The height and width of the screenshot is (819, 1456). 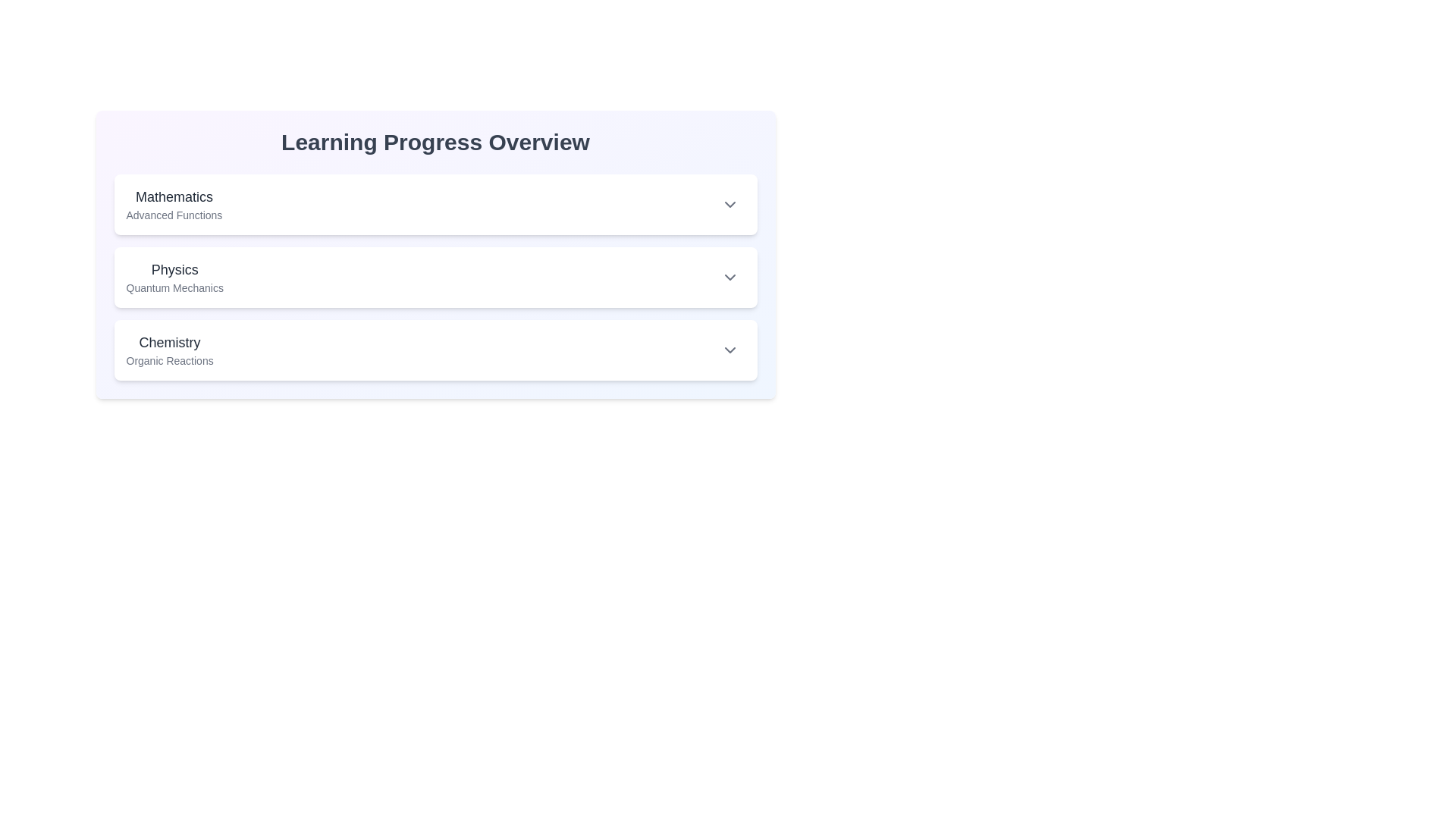 What do you see at coordinates (174, 268) in the screenshot?
I see `the static text heading 'Physics' which identifies the topic within the learning progress overview interface` at bounding box center [174, 268].